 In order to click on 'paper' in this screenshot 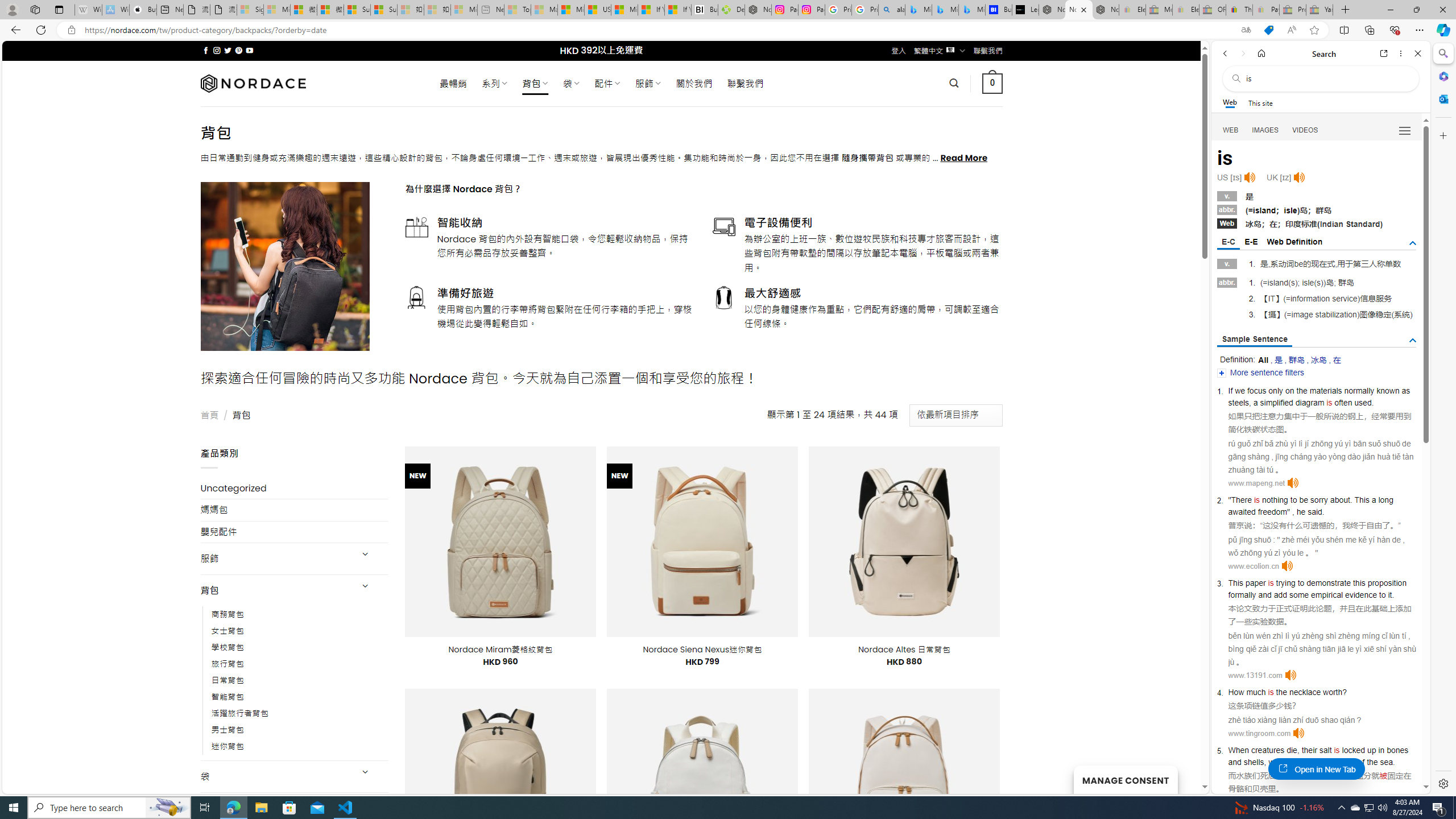, I will do `click(1256, 582)`.